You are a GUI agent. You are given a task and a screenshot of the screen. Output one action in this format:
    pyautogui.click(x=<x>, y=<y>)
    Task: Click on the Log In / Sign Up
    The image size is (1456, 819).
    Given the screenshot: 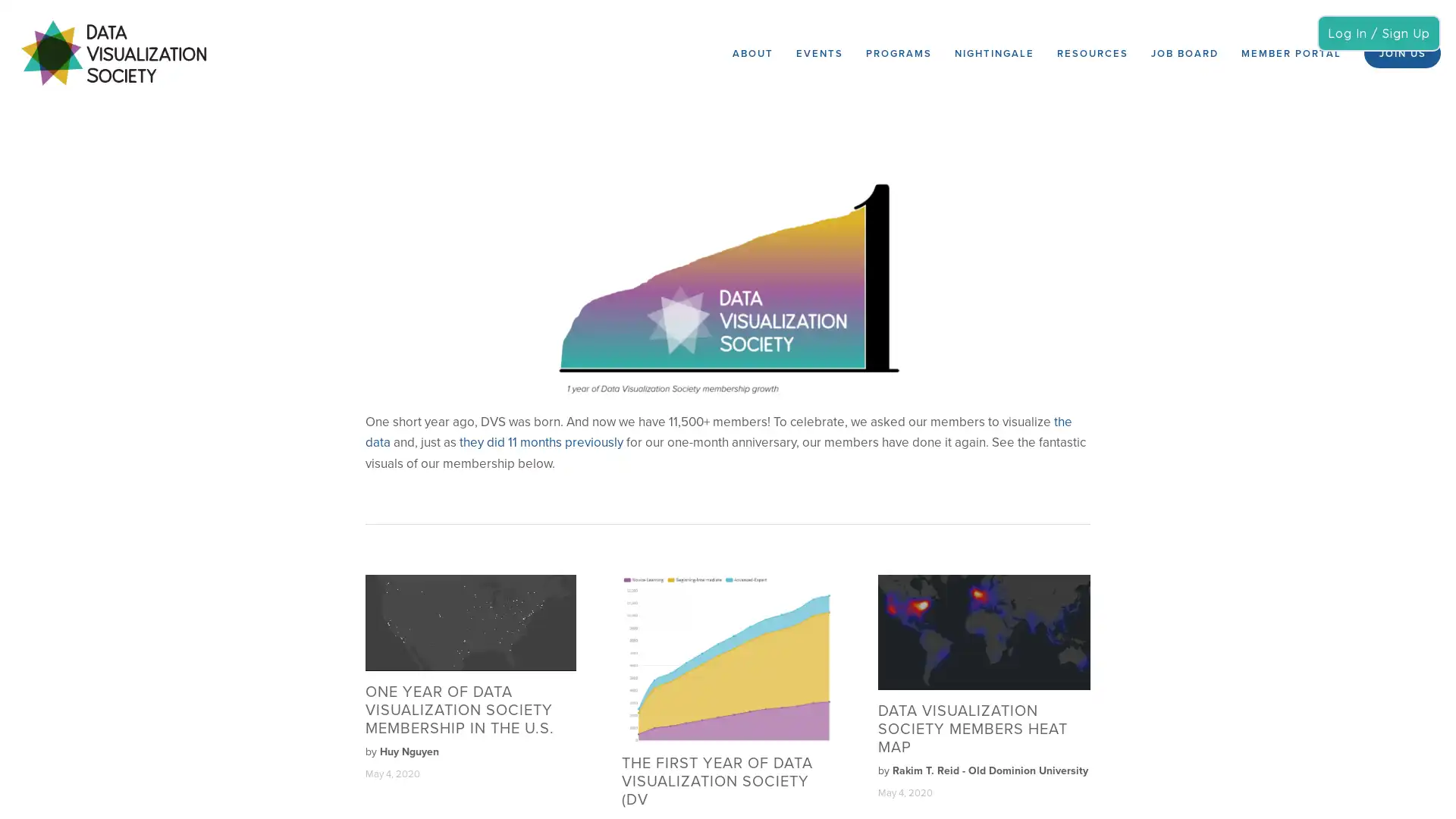 What is the action you would take?
    pyautogui.click(x=1379, y=33)
    